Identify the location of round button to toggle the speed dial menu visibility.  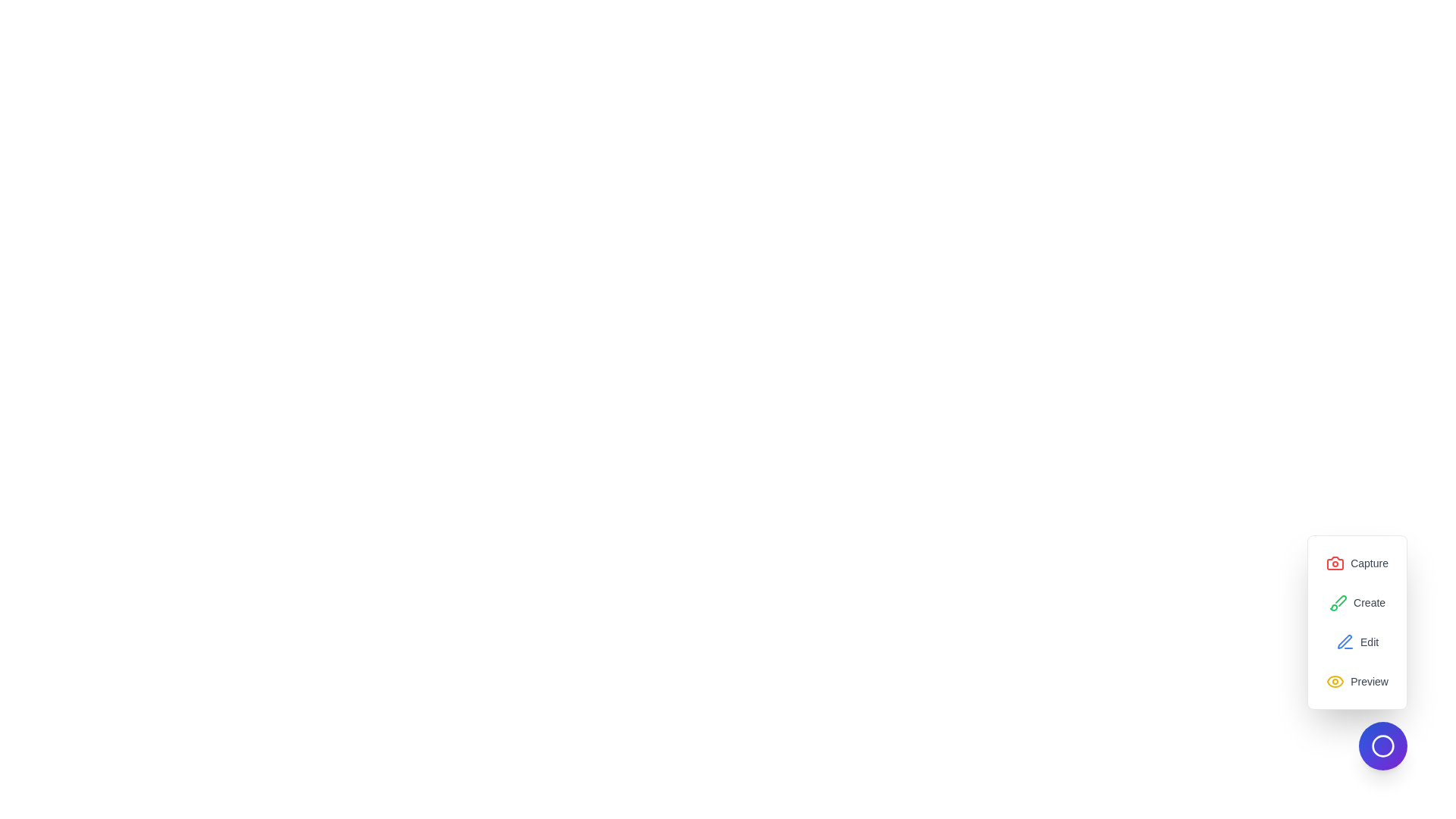
(1383, 745).